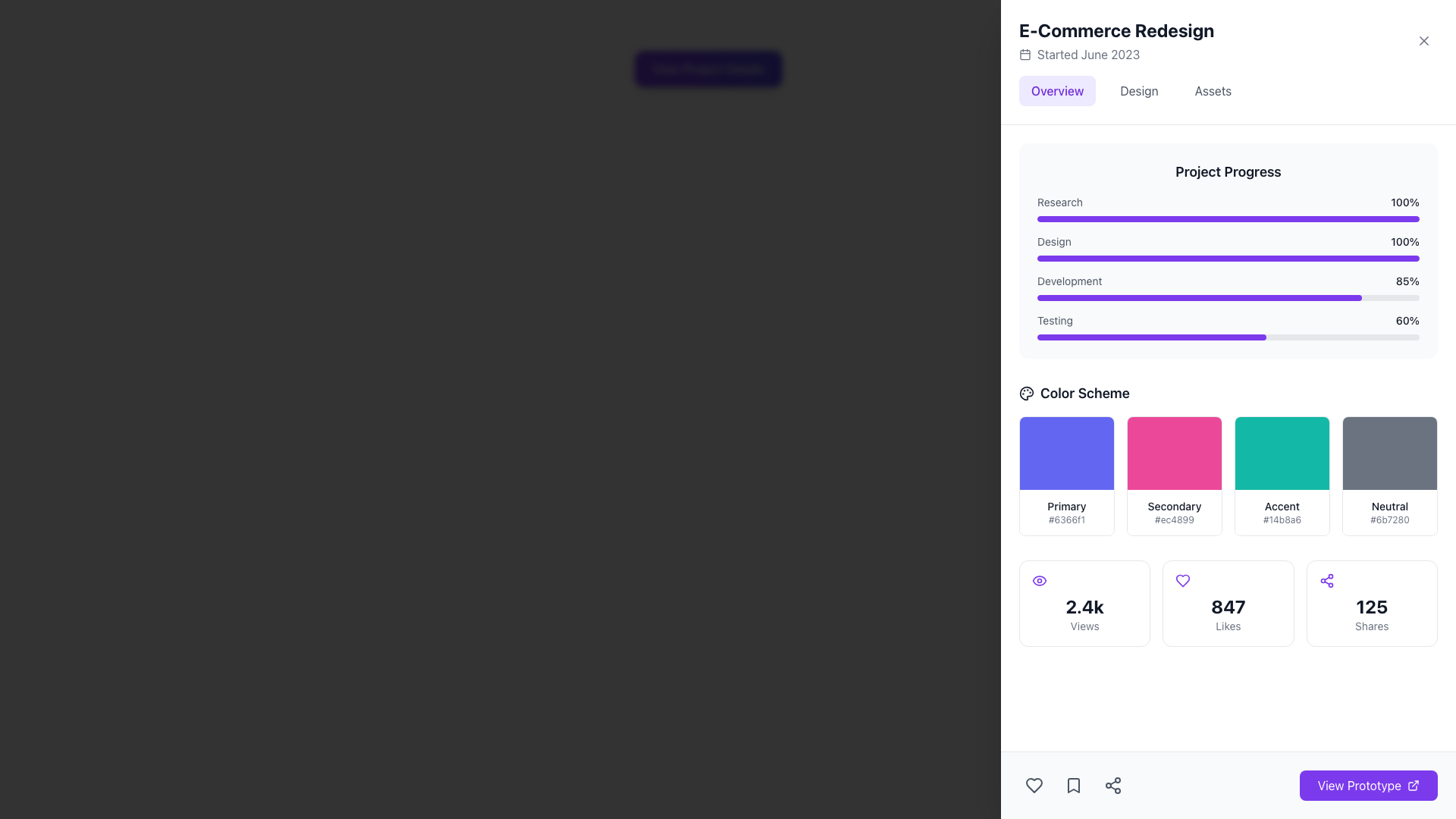 The height and width of the screenshot is (819, 1456). Describe the element at coordinates (1372, 602) in the screenshot. I see `the informational card that displays the number of shares, located to the right of '2.4k Views' and '847 Likes', which is the third item in the grid layout` at that location.